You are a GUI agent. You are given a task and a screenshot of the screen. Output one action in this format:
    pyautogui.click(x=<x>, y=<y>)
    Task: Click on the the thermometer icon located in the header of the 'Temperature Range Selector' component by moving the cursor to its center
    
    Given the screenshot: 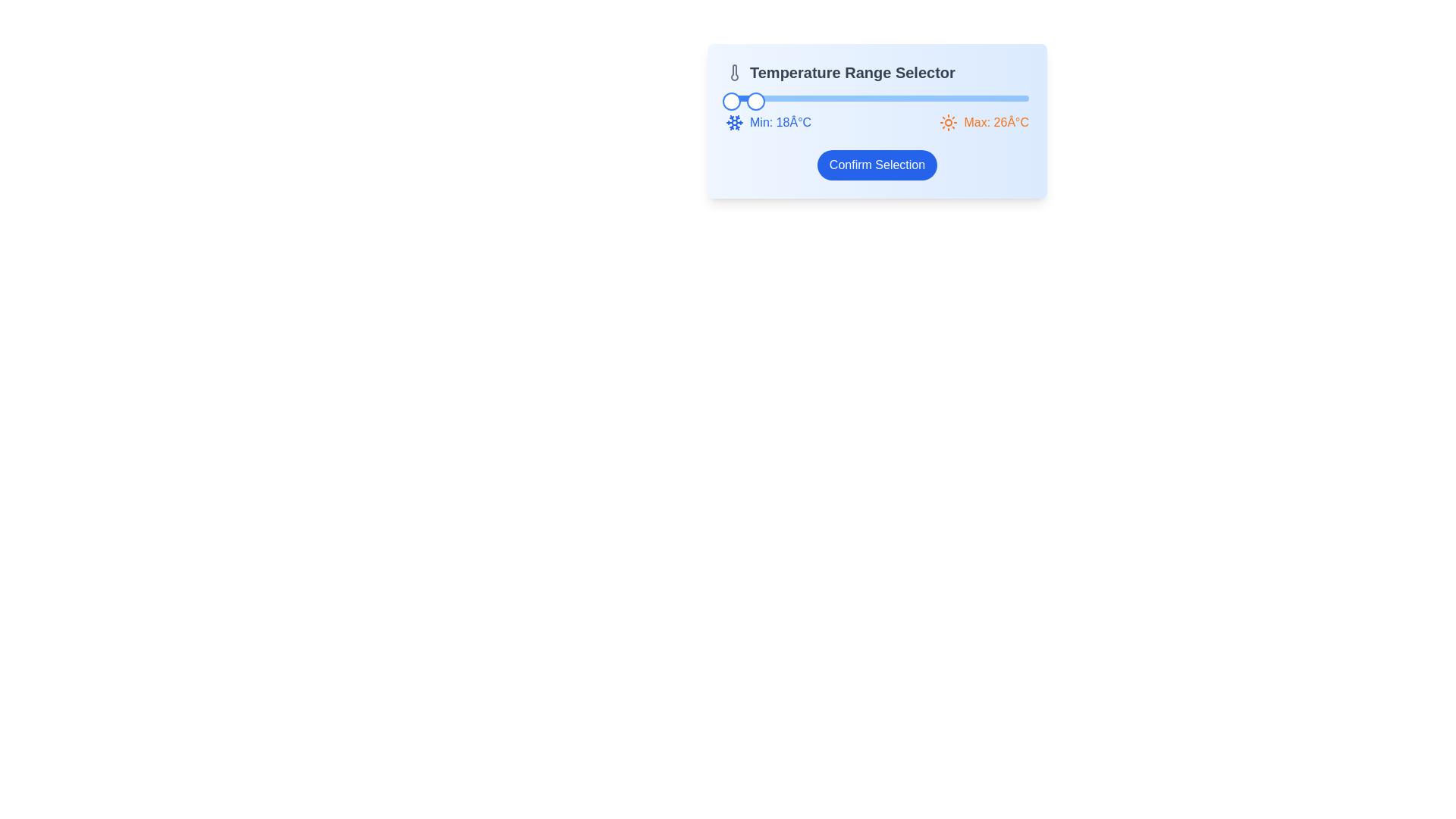 What is the action you would take?
    pyautogui.click(x=735, y=73)
    